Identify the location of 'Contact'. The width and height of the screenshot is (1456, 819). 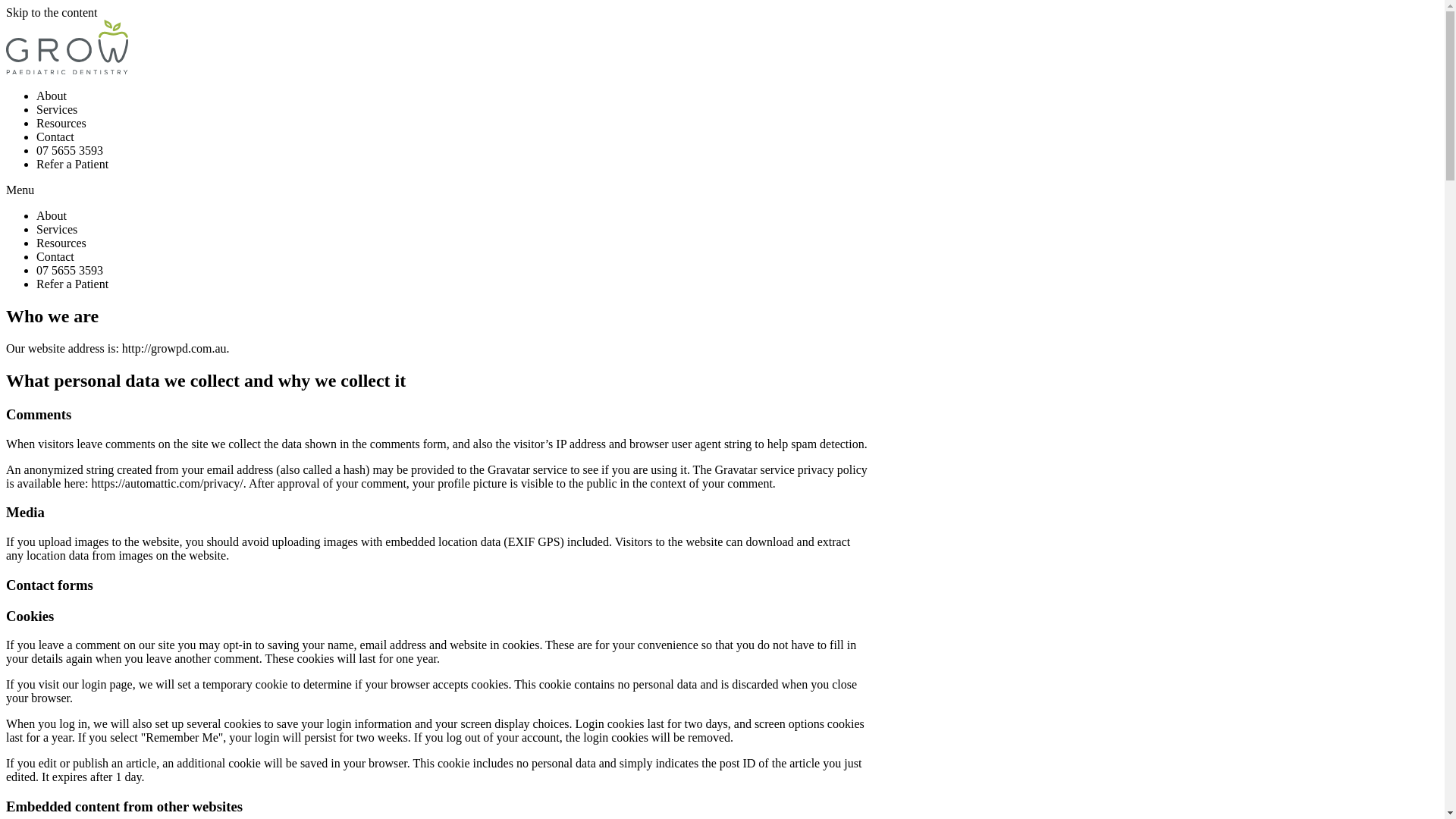
(55, 136).